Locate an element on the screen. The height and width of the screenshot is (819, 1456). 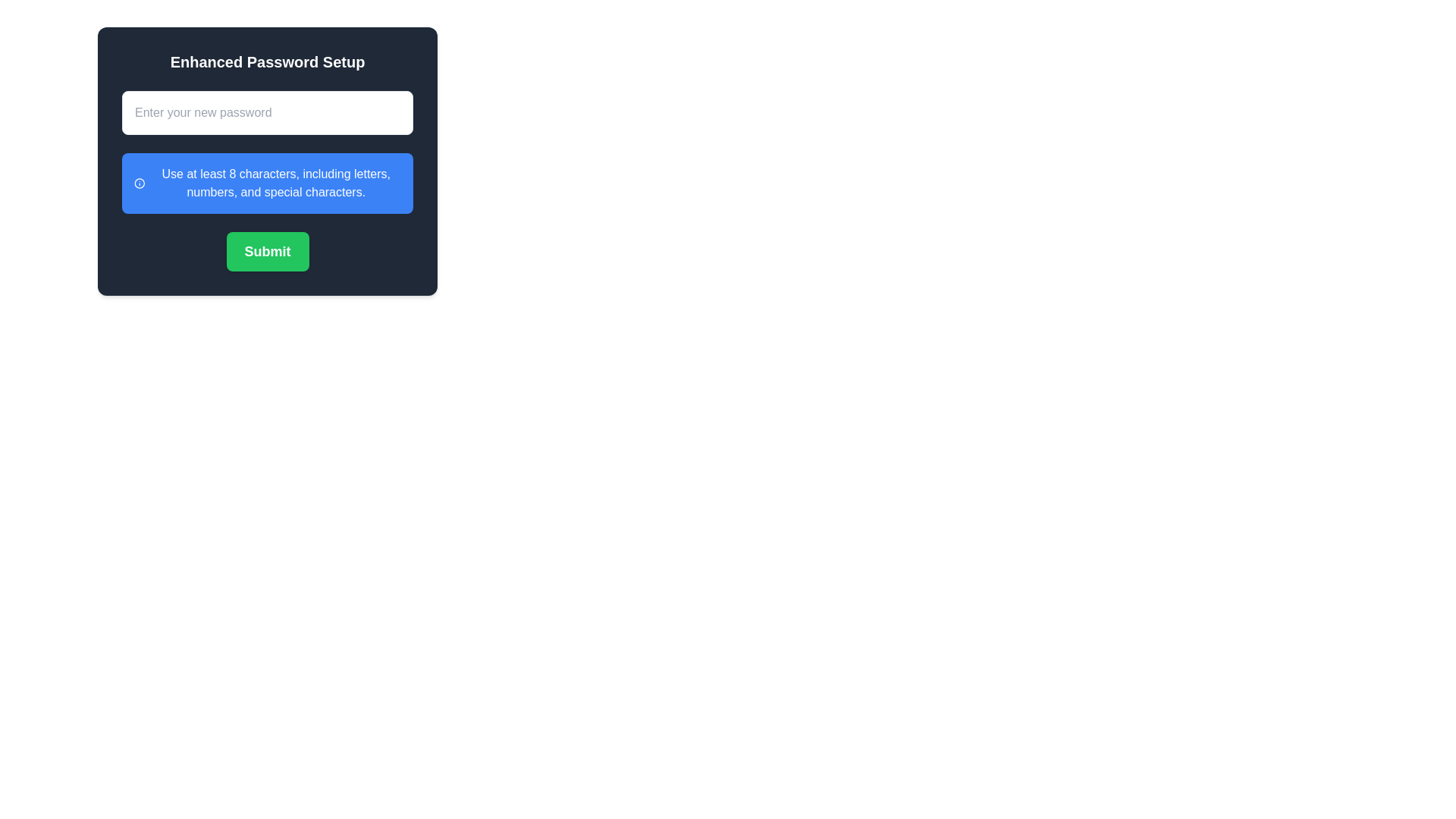
the instructional notice or tooltip that guides users on creating a secure password, located directly under the 'Enter your new password' input field and above the 'Submit' button is located at coordinates (268, 183).